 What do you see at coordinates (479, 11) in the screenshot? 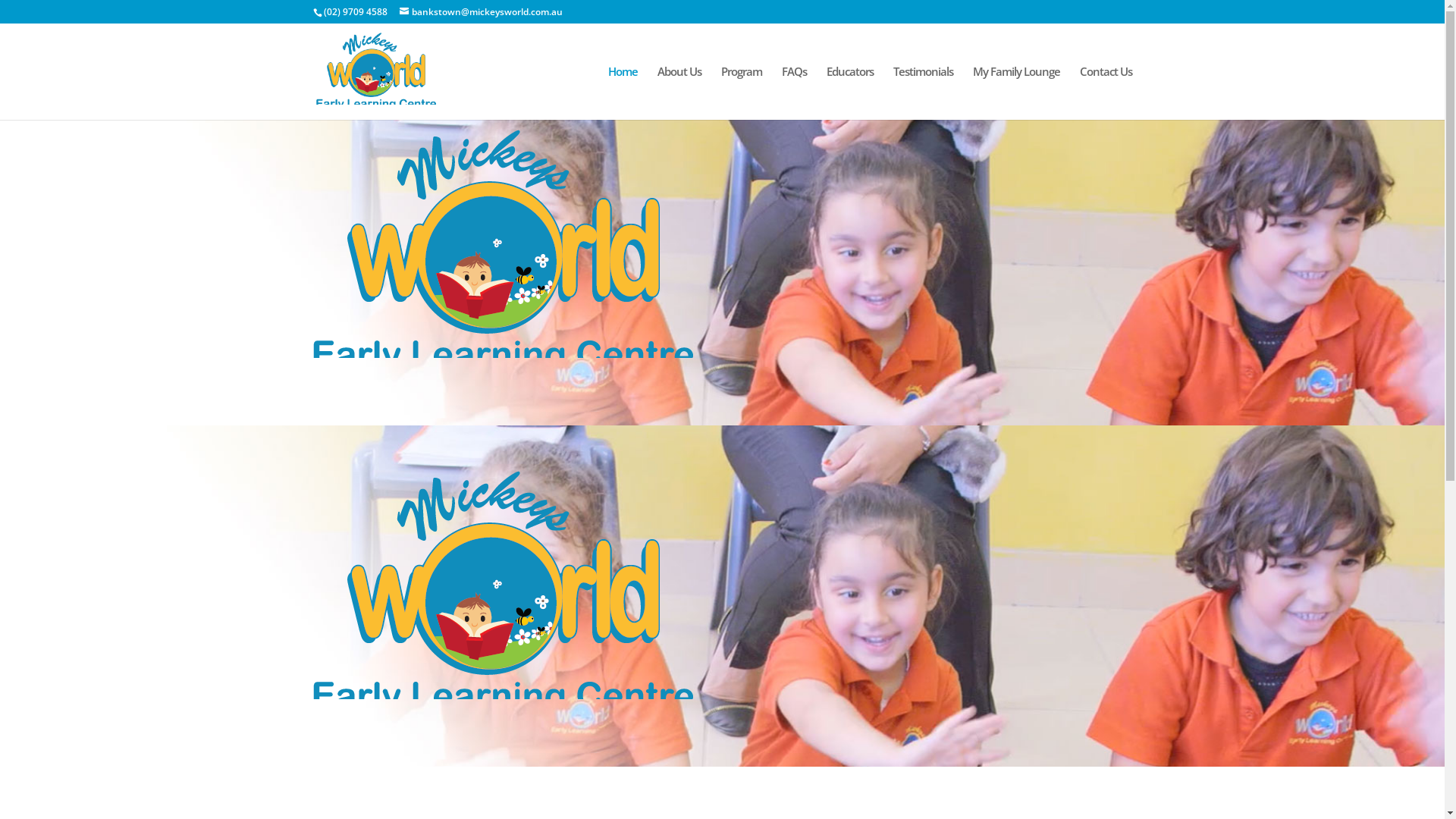
I see `'bankstown@mickeysworld.com.au'` at bounding box center [479, 11].